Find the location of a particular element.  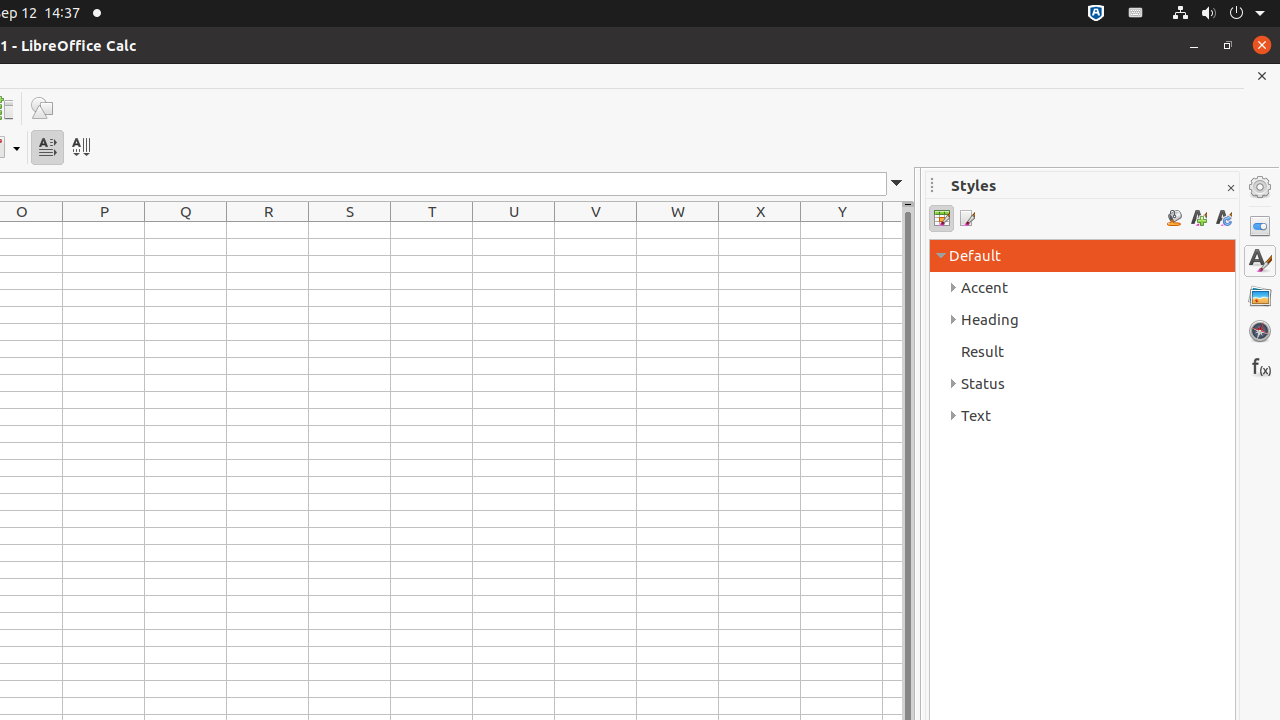

'P1' is located at coordinates (103, 229).